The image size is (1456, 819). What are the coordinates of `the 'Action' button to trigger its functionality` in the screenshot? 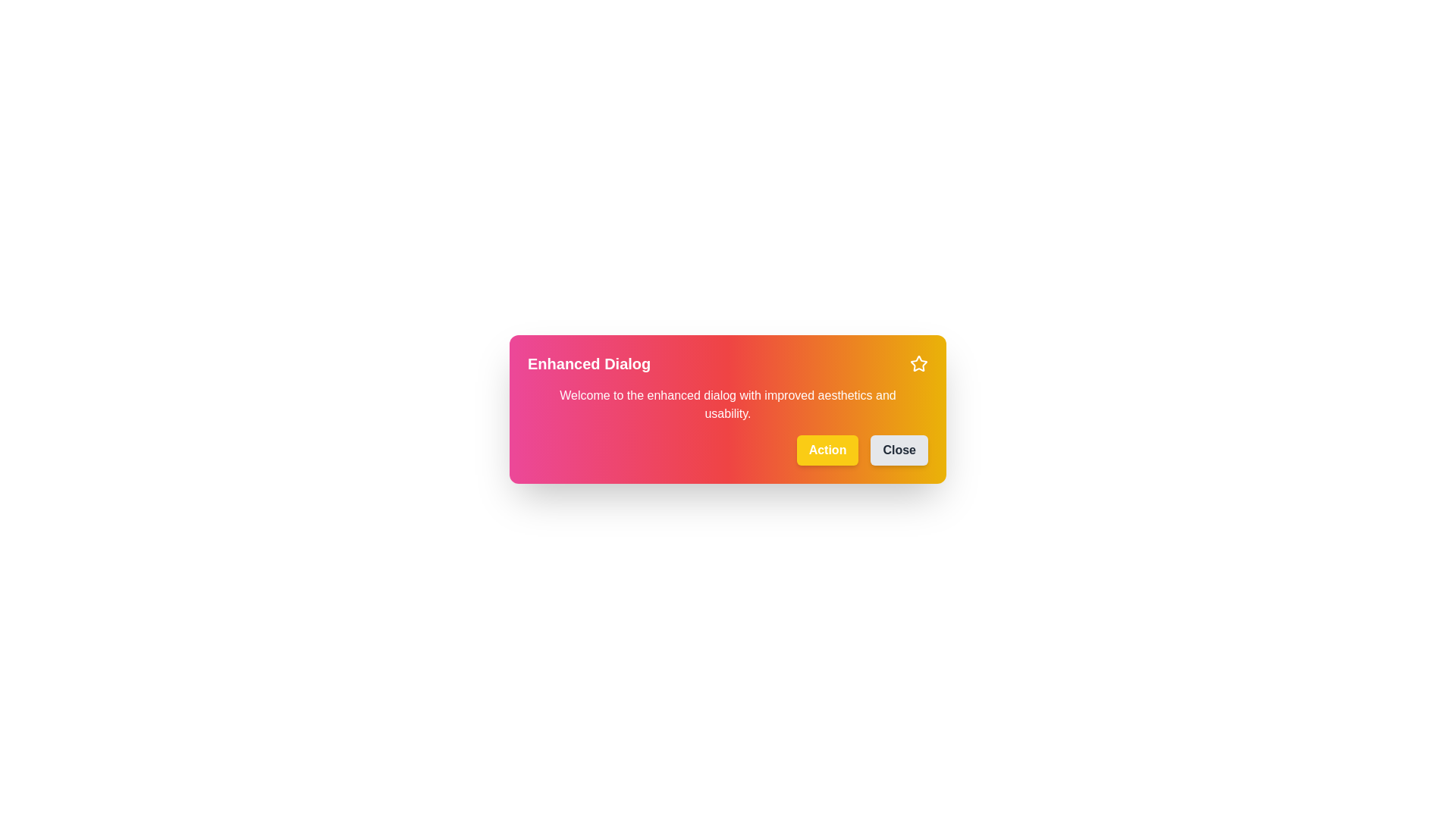 It's located at (827, 450).